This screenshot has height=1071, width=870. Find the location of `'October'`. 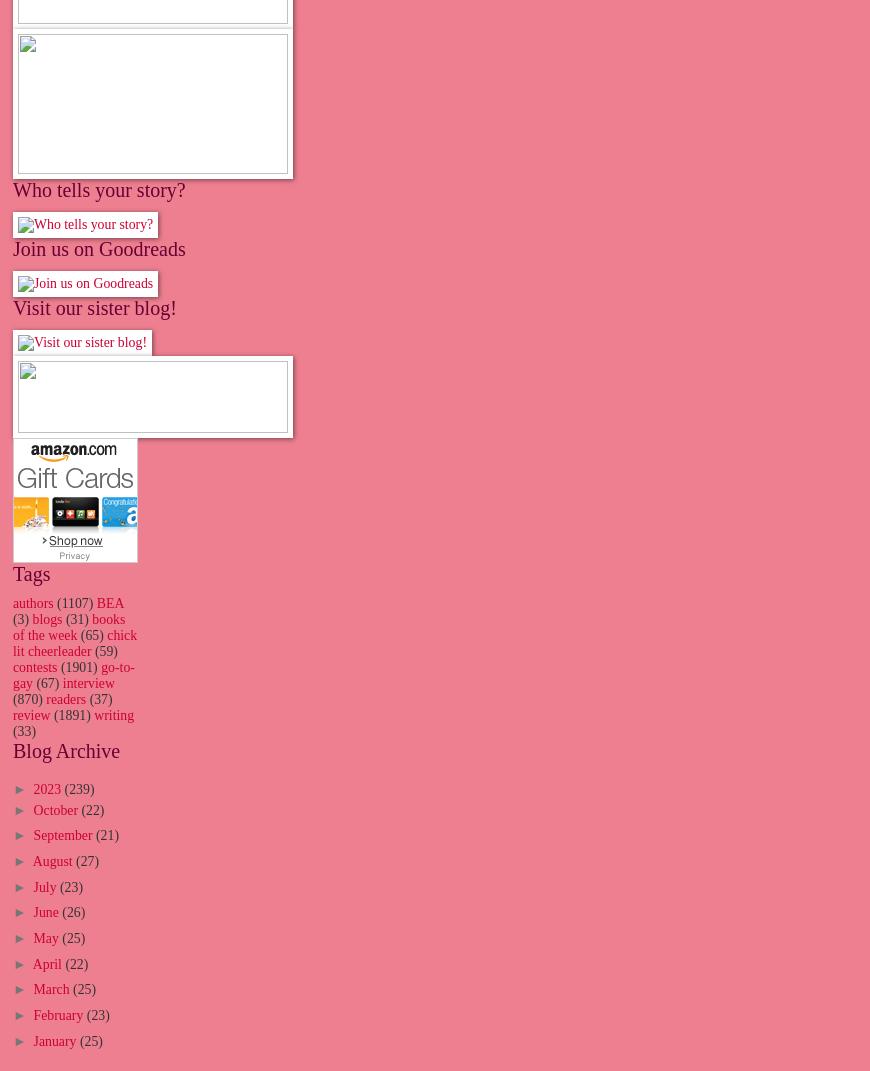

'October' is located at coordinates (55, 808).